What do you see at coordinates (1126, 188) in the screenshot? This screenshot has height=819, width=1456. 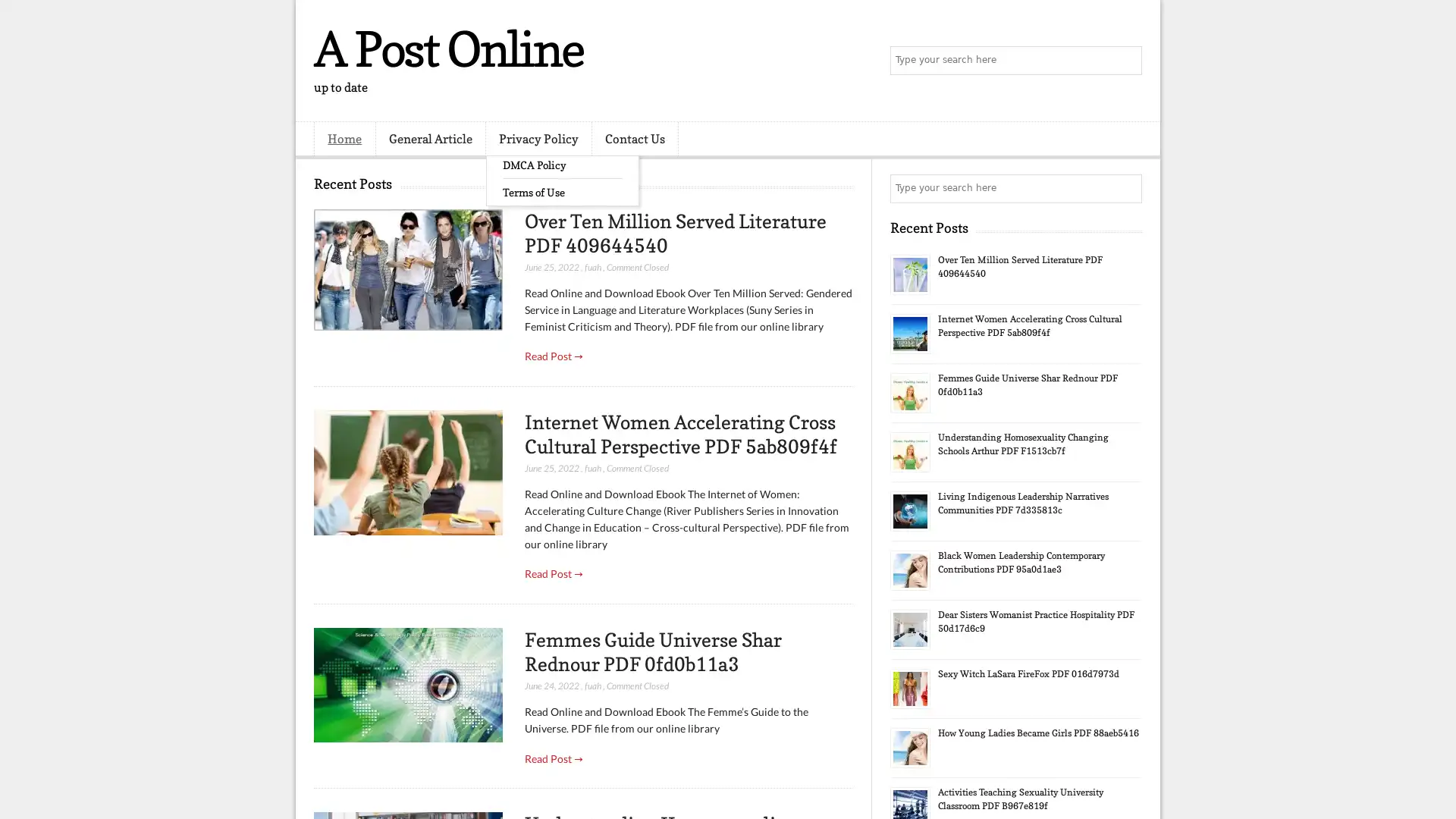 I see `Search` at bounding box center [1126, 188].